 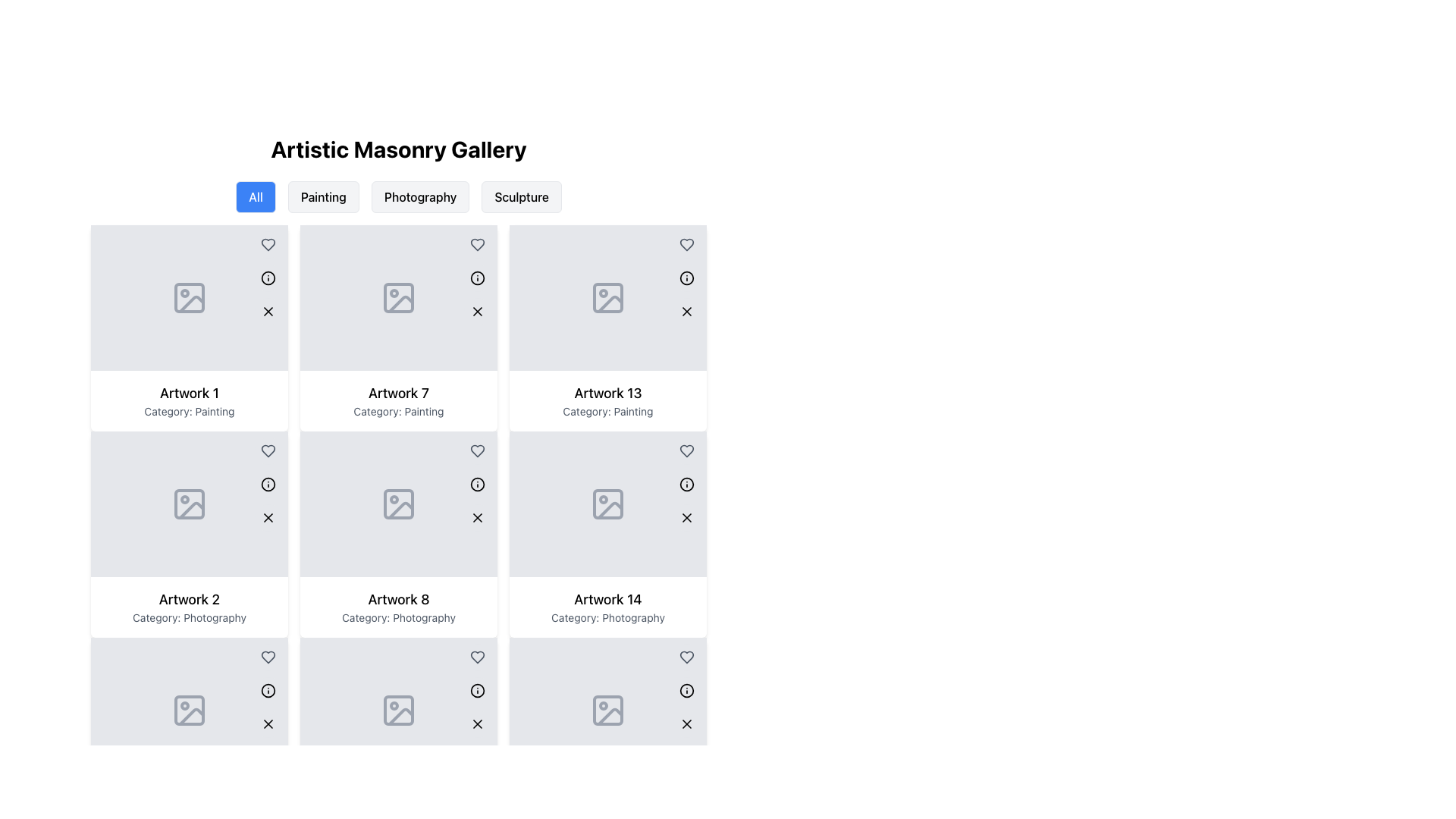 I want to click on the heart-shaped icon with an outline style, rendered in gray, located at the top-right corner of the tile labeled 'Artwork 13, Category: Painting', so click(x=686, y=244).